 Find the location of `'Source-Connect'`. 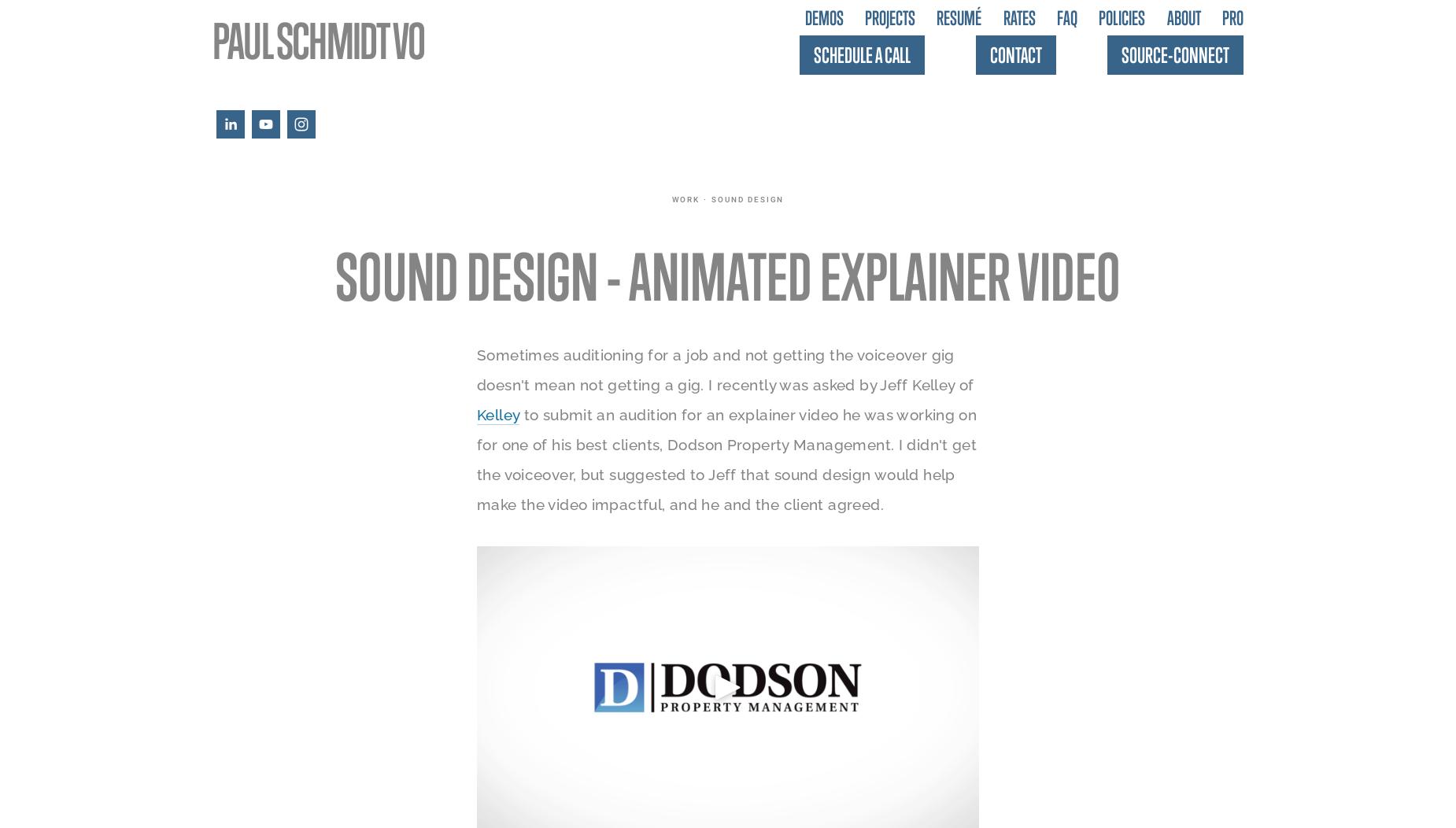

'Source-Connect' is located at coordinates (1175, 54).